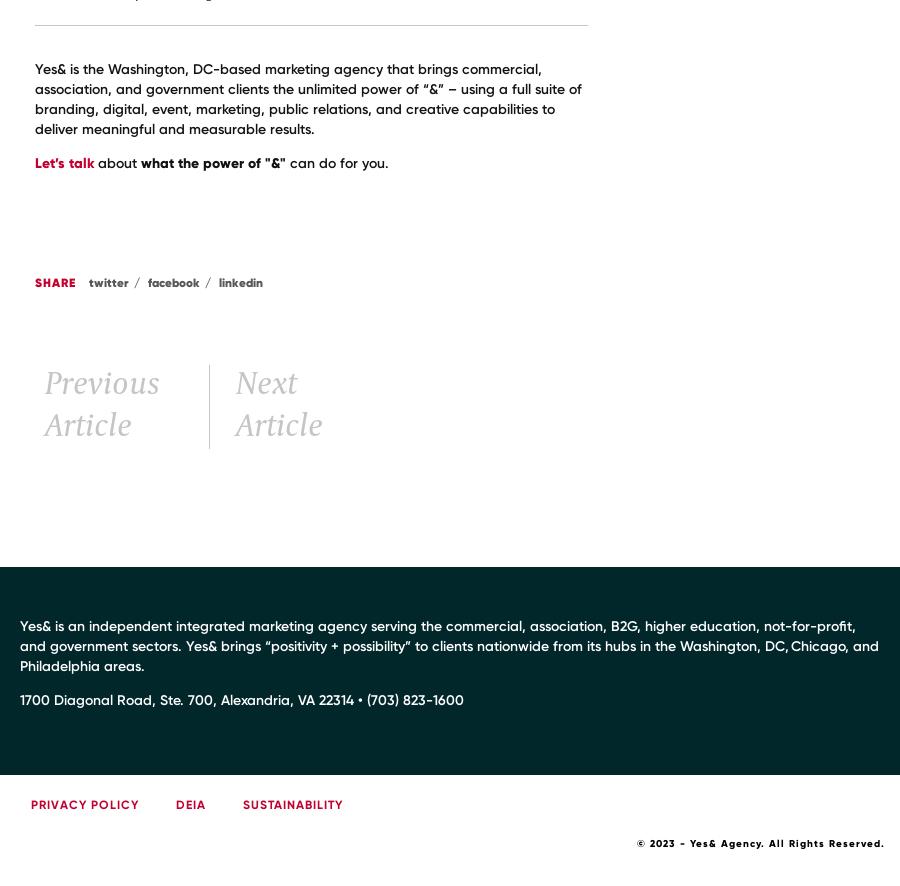  Describe the element at coordinates (241, 699) in the screenshot. I see `'1700 Diagonal Road, Ste. 700, Alexandria, VA 22314 • (703) 823-1600'` at that location.